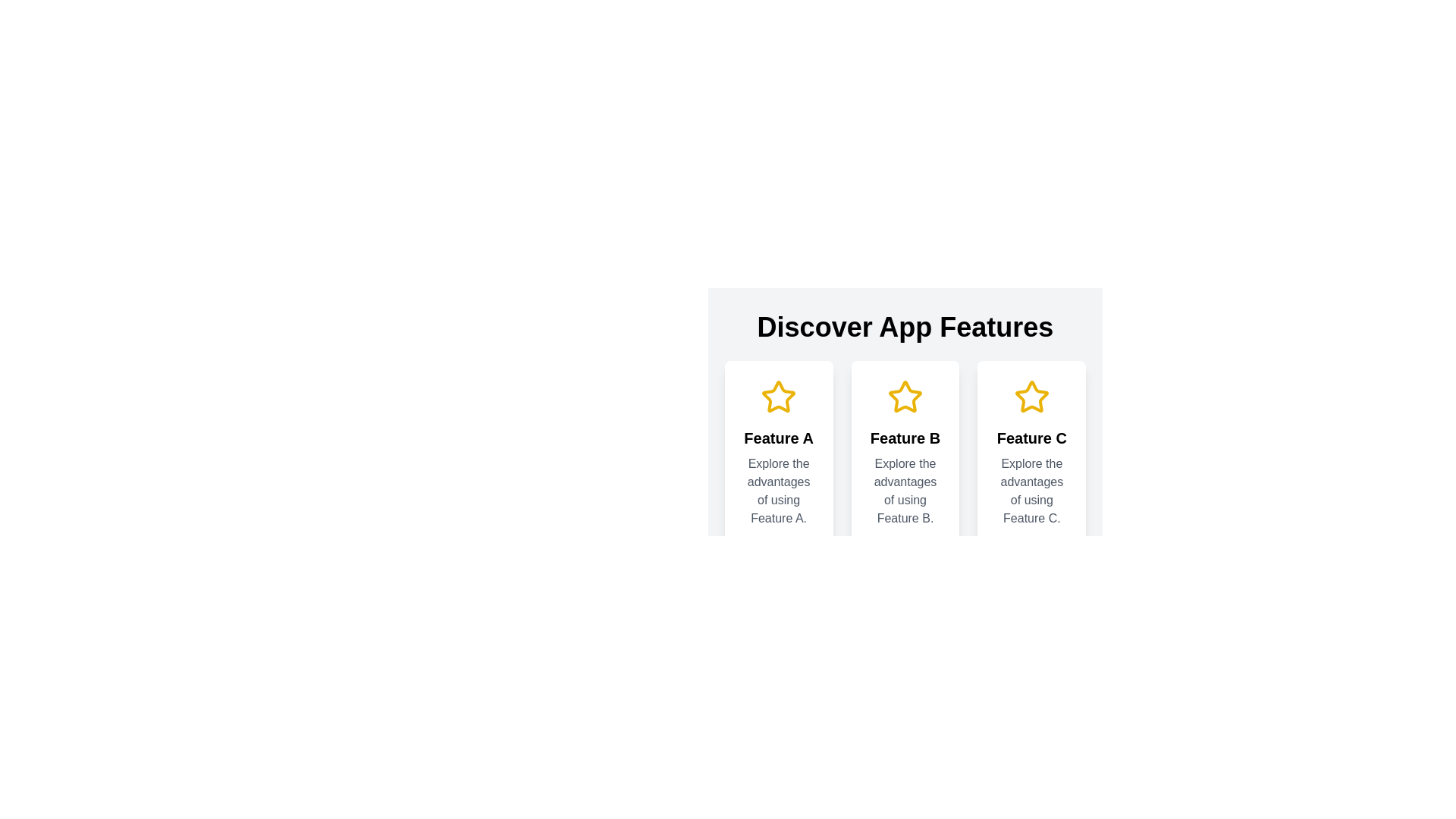 Image resolution: width=1456 pixels, height=819 pixels. What do you see at coordinates (1031, 491) in the screenshot?
I see `the Text Label that provides a description for Feature C, located below the heading 'Feature C' in a card layout` at bounding box center [1031, 491].